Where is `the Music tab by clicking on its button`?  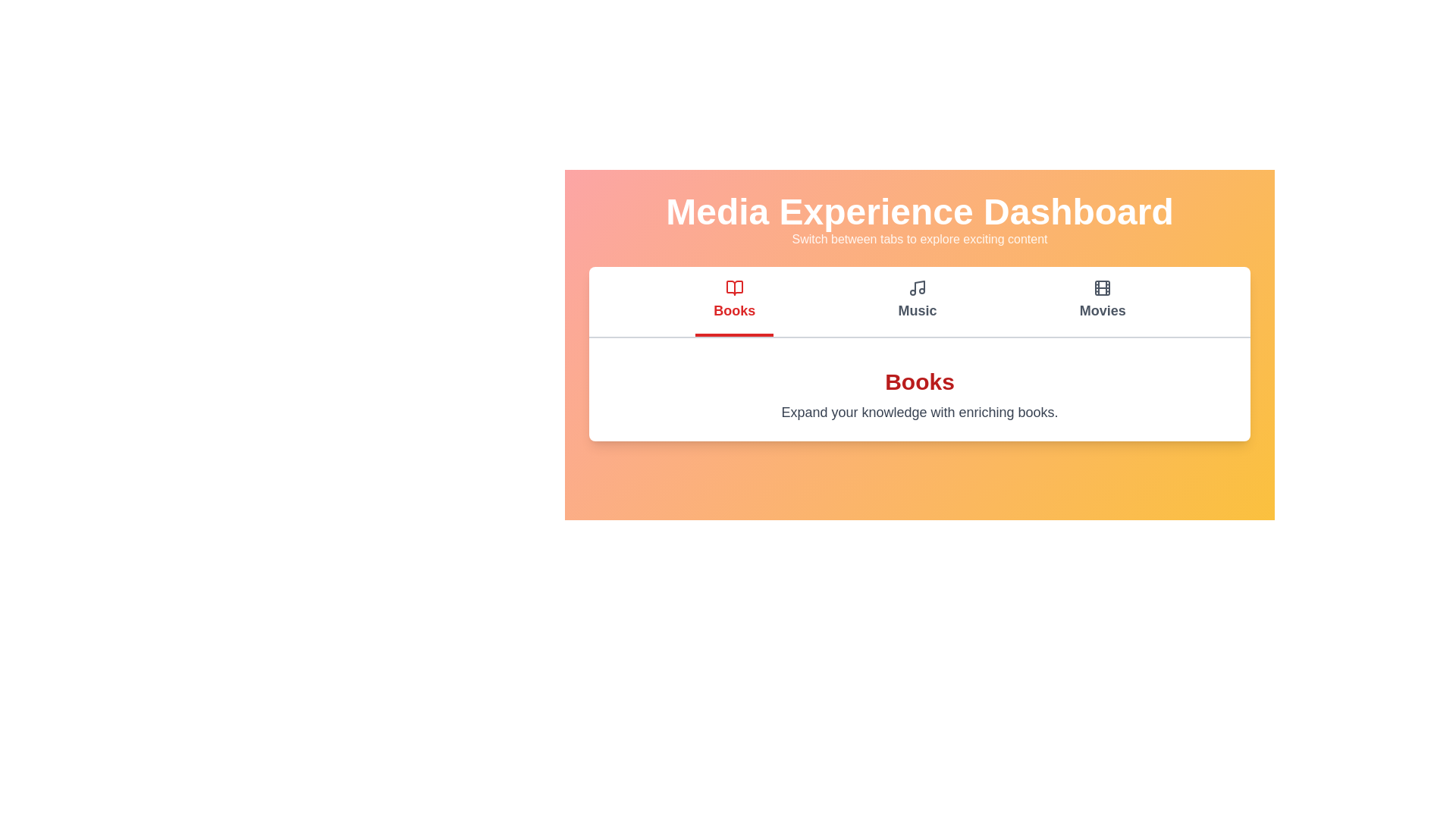
the Music tab by clicking on its button is located at coordinates (916, 301).